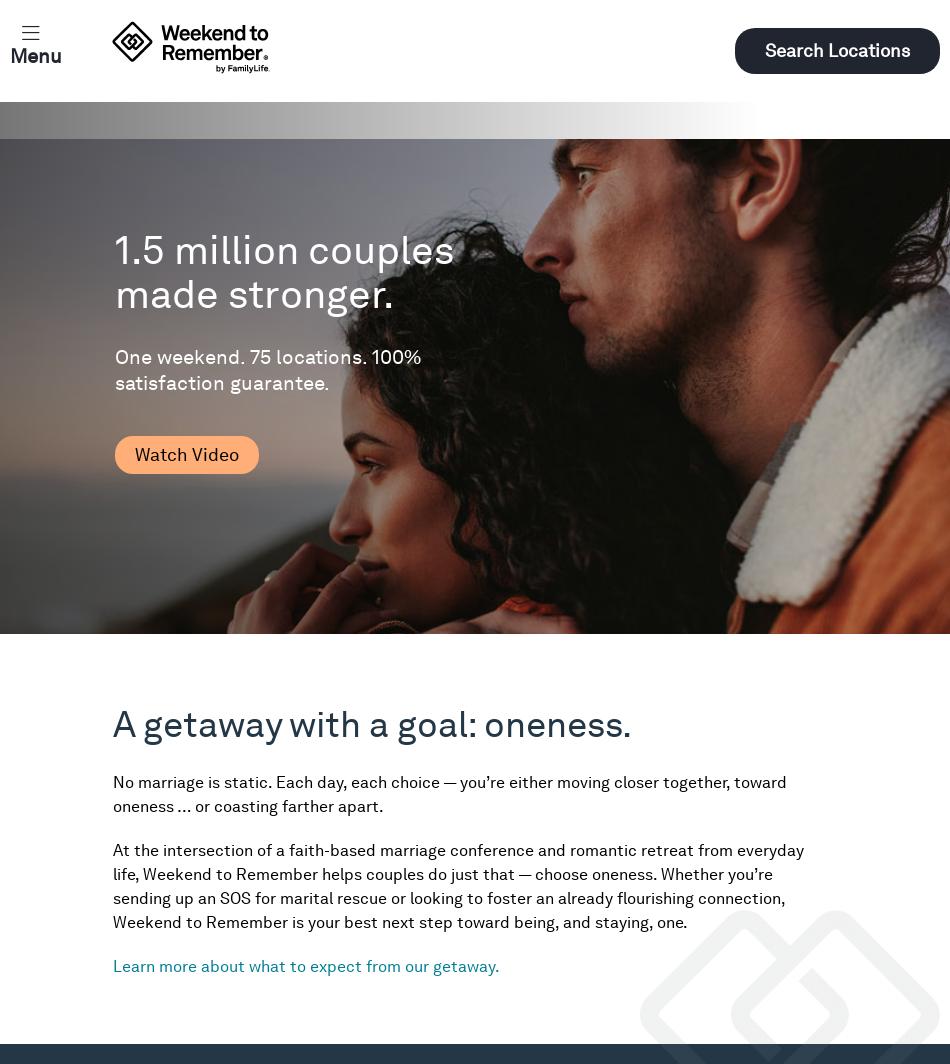 The height and width of the screenshot is (1064, 950). What do you see at coordinates (36, 55) in the screenshot?
I see `'Menu'` at bounding box center [36, 55].